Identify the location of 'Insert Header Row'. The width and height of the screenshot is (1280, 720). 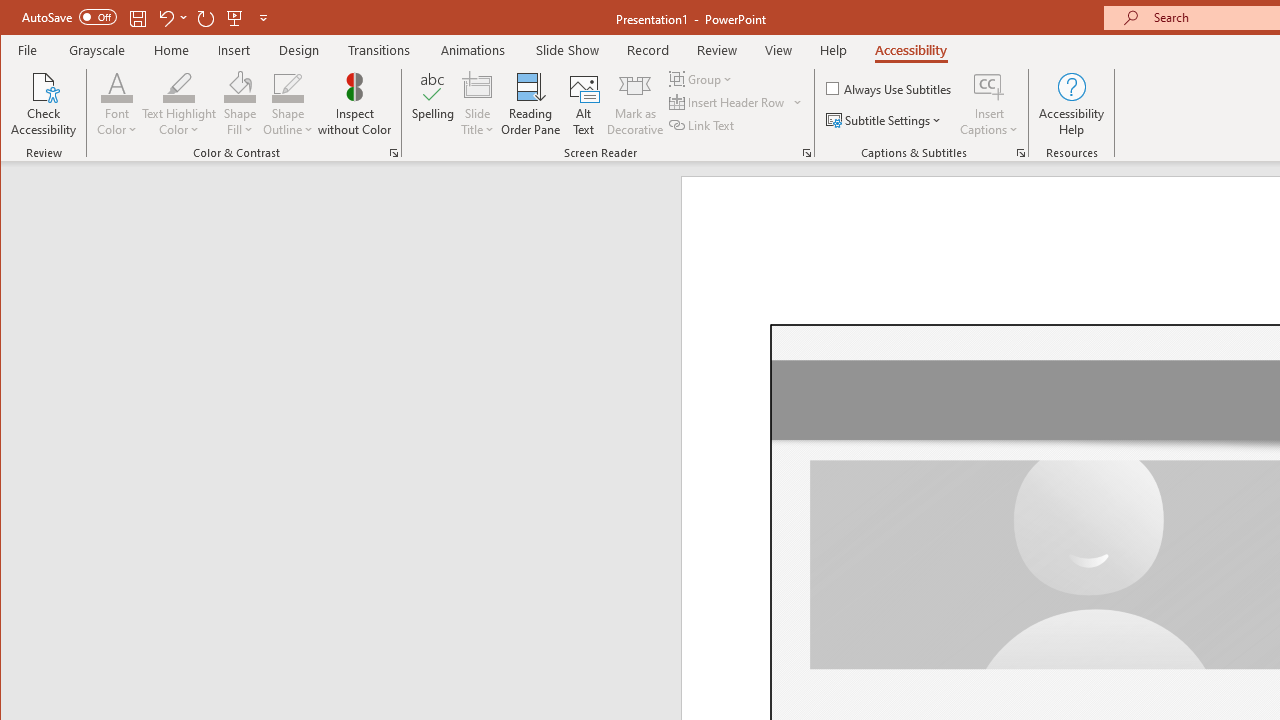
(727, 102).